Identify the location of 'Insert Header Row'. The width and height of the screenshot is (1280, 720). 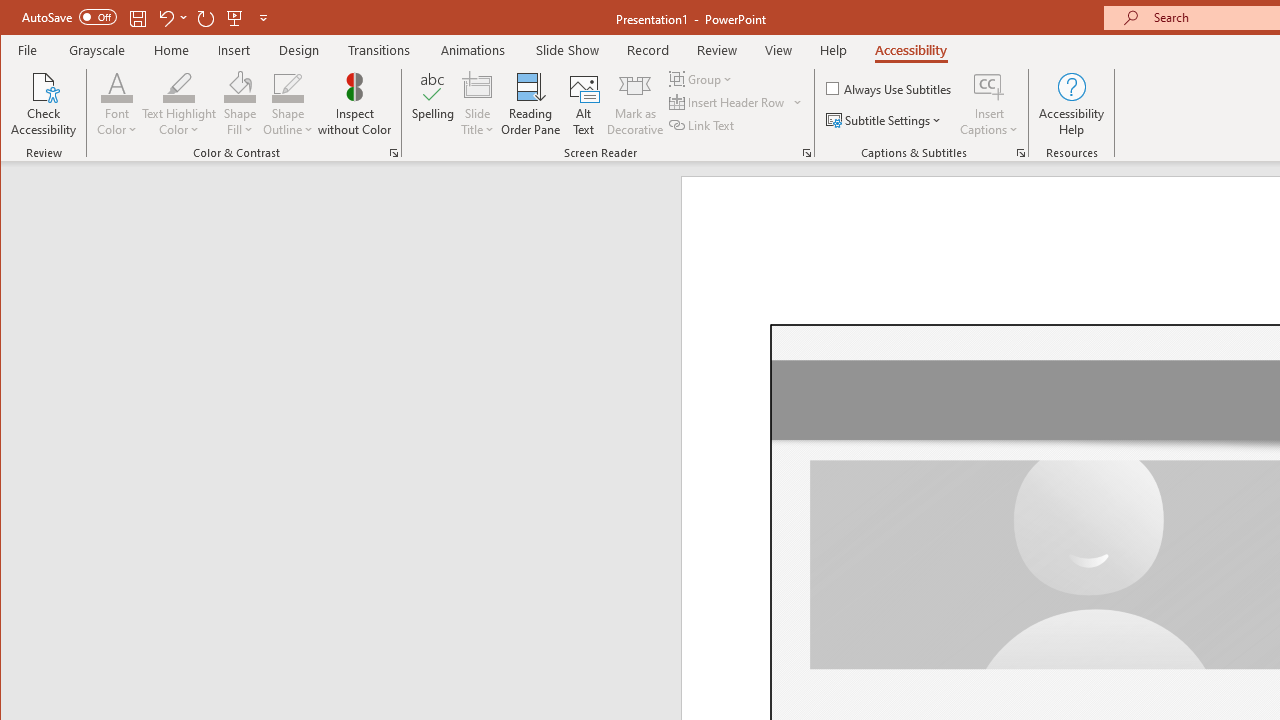
(727, 102).